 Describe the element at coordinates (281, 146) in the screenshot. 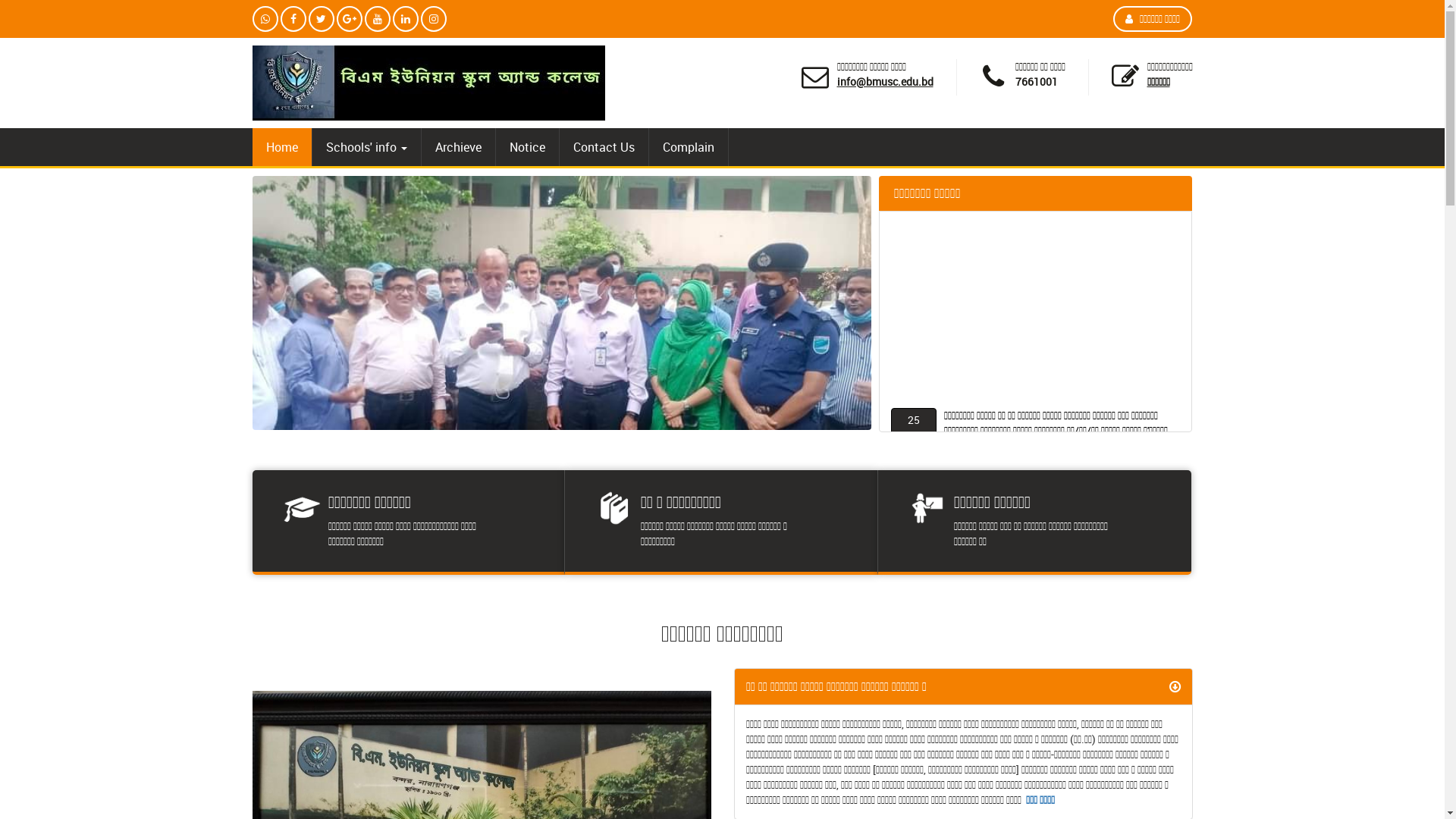

I see `'Home'` at that location.